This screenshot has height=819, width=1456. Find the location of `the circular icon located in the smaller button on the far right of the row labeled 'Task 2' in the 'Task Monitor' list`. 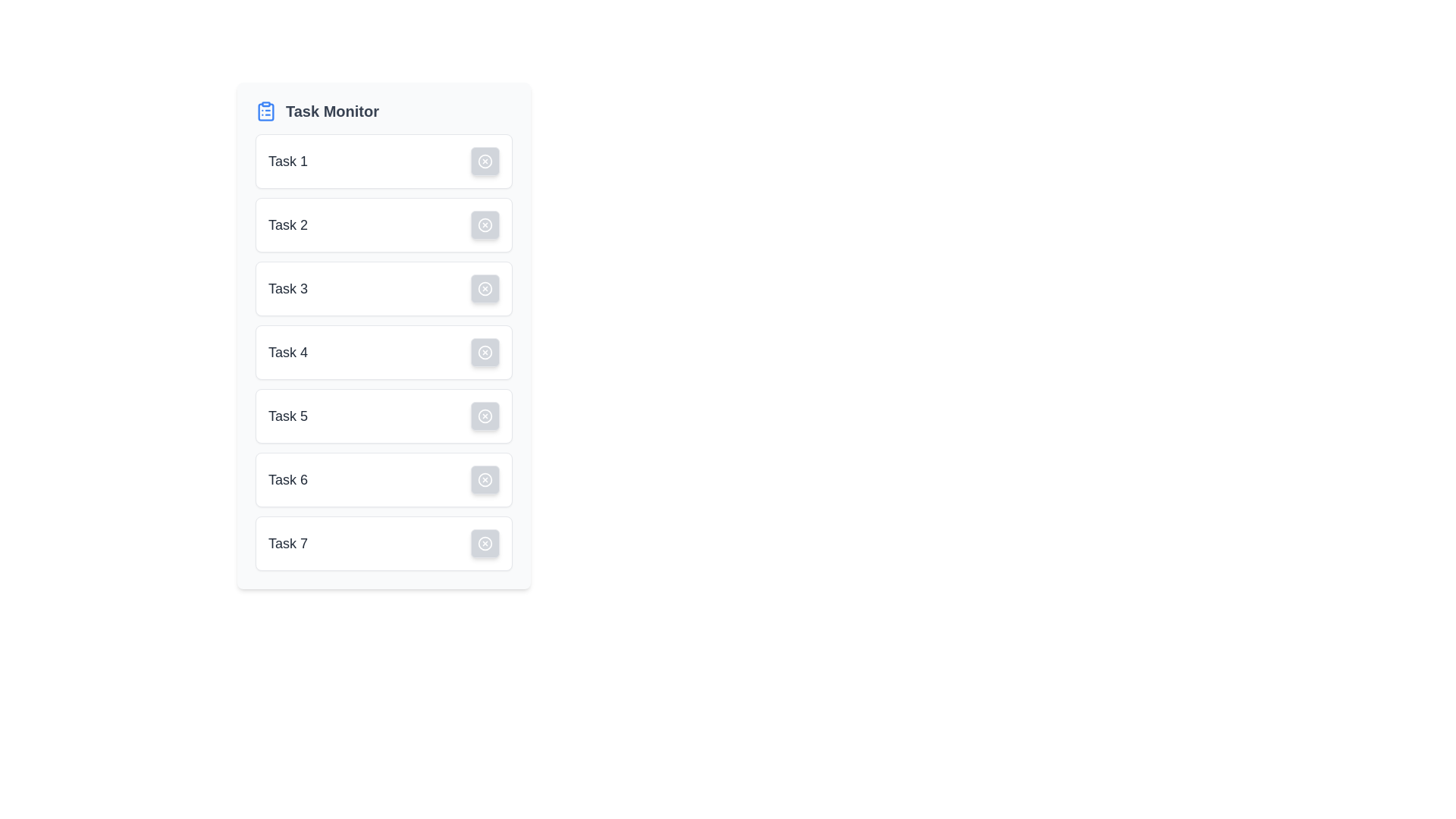

the circular icon located in the smaller button on the far right of the row labeled 'Task 2' in the 'Task Monitor' list is located at coordinates (484, 225).